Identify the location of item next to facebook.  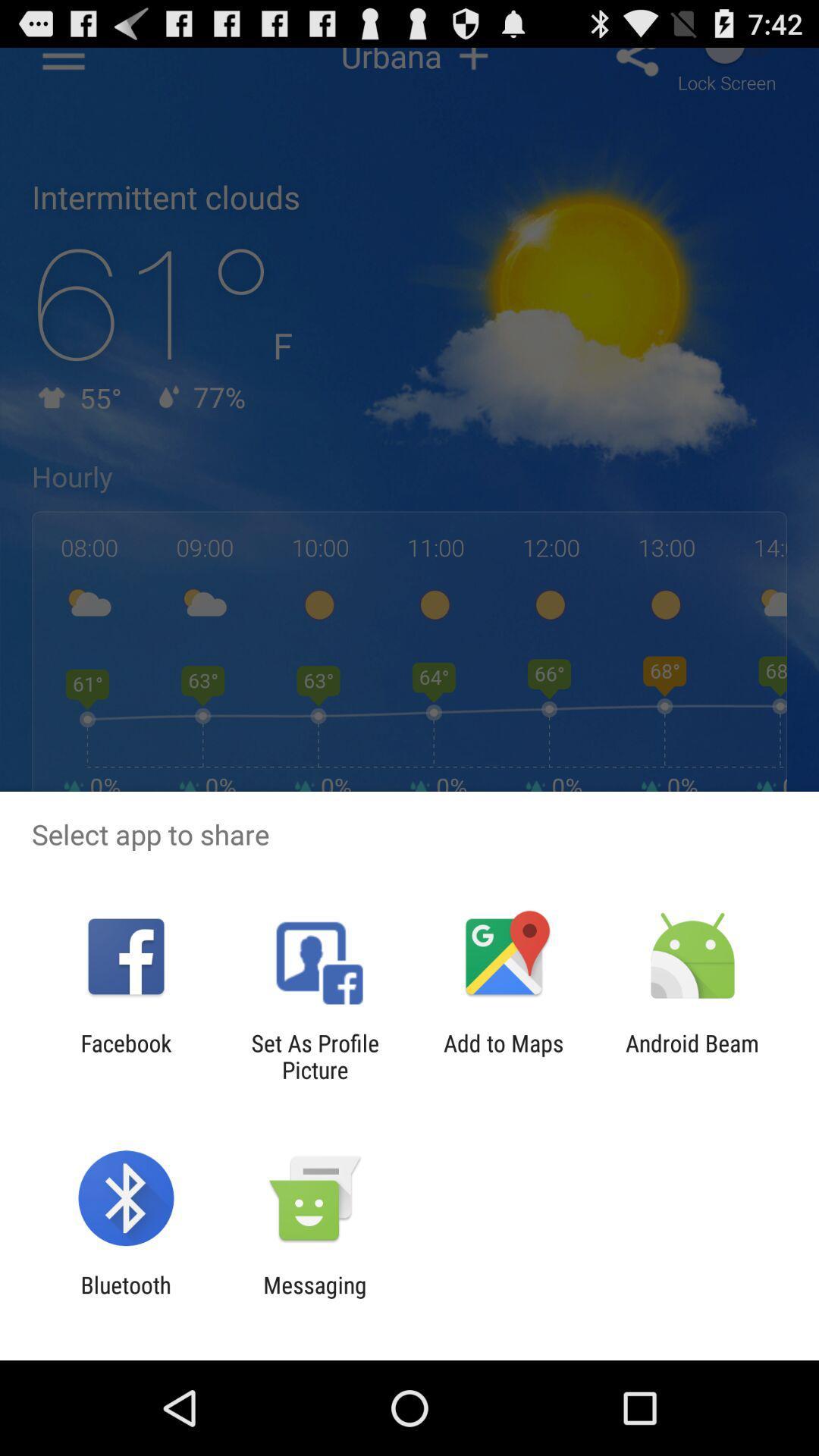
(314, 1056).